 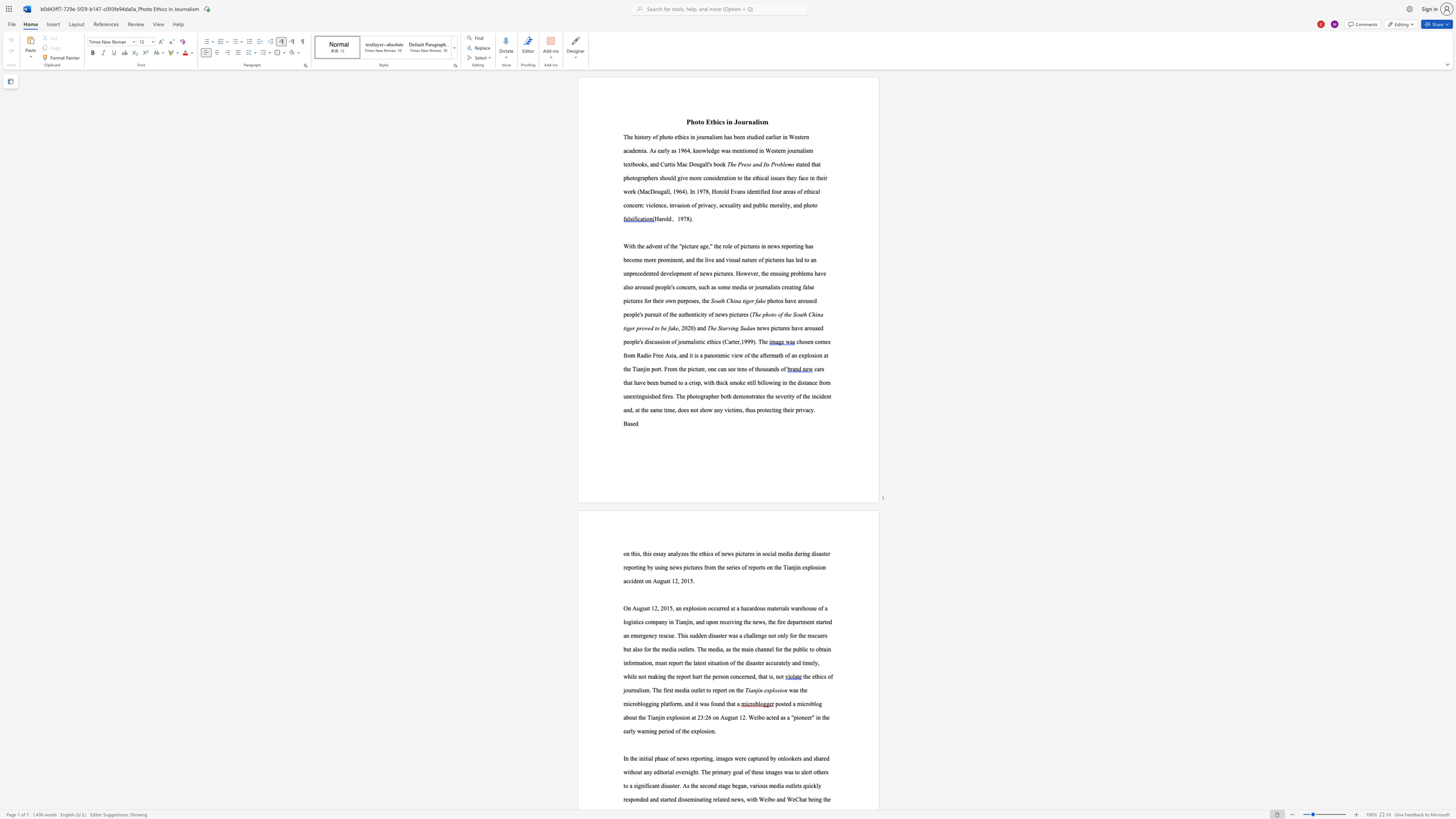 What do you see at coordinates (674, 355) in the screenshot?
I see `the 2th character "a" in the text` at bounding box center [674, 355].